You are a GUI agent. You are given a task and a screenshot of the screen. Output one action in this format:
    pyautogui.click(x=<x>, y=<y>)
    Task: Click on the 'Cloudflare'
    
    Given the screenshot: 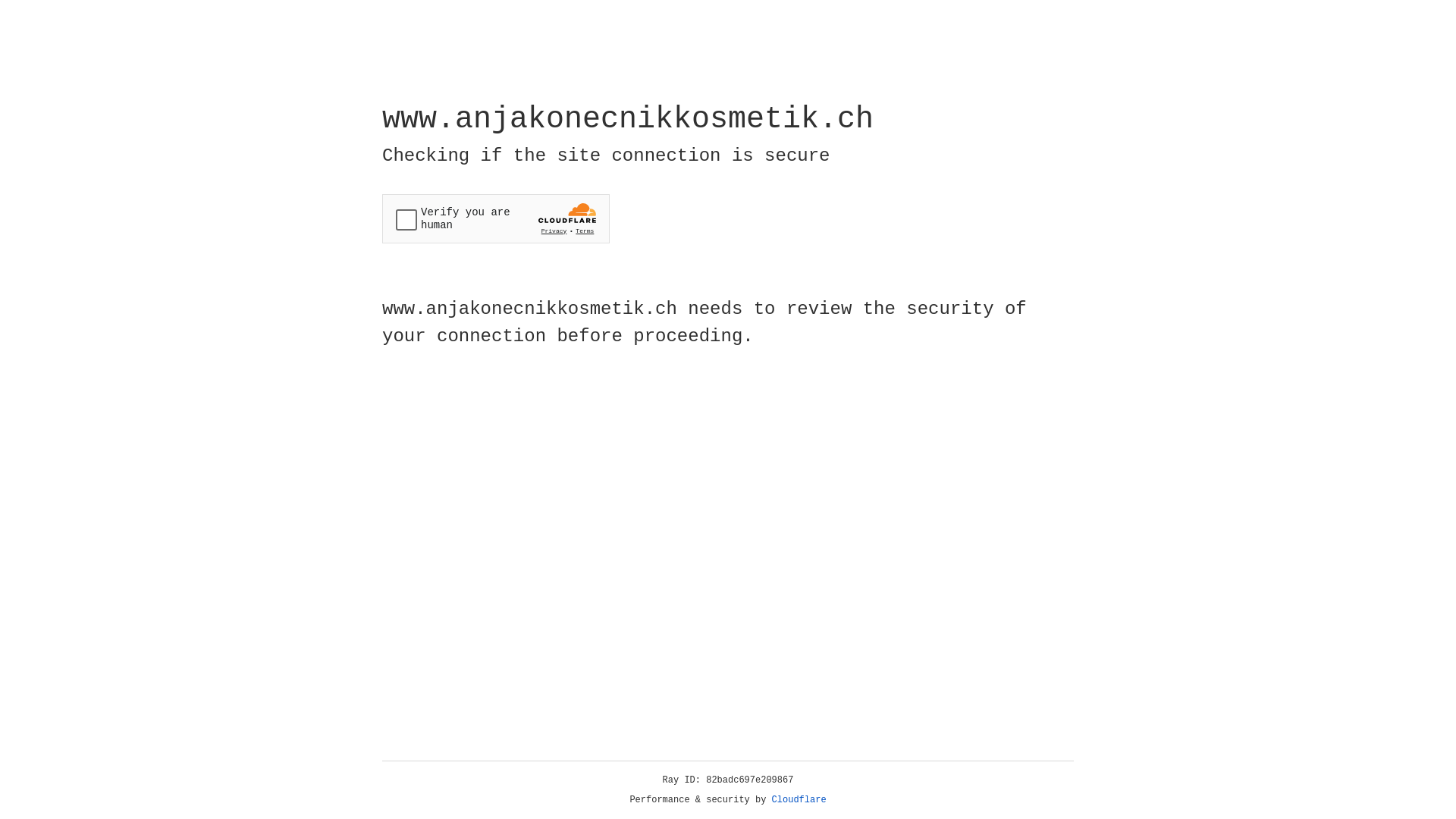 What is the action you would take?
    pyautogui.click(x=799, y=799)
    